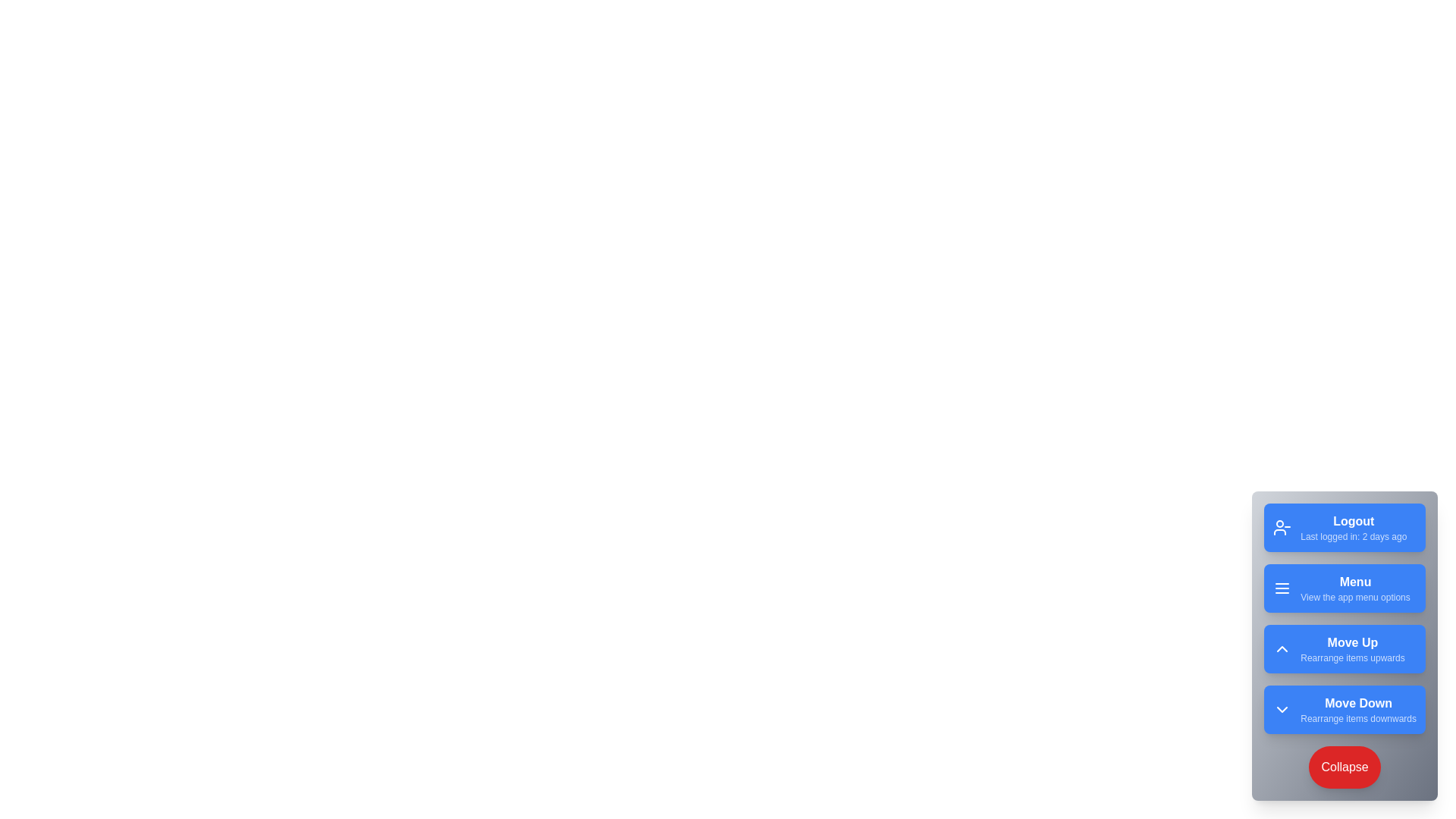 The height and width of the screenshot is (819, 1456). What do you see at coordinates (1355, 596) in the screenshot?
I see `the text label stating 'View the app menu options', styled with a light blue font on a medium blue background, positioned beneath the 'Menu' element` at bounding box center [1355, 596].